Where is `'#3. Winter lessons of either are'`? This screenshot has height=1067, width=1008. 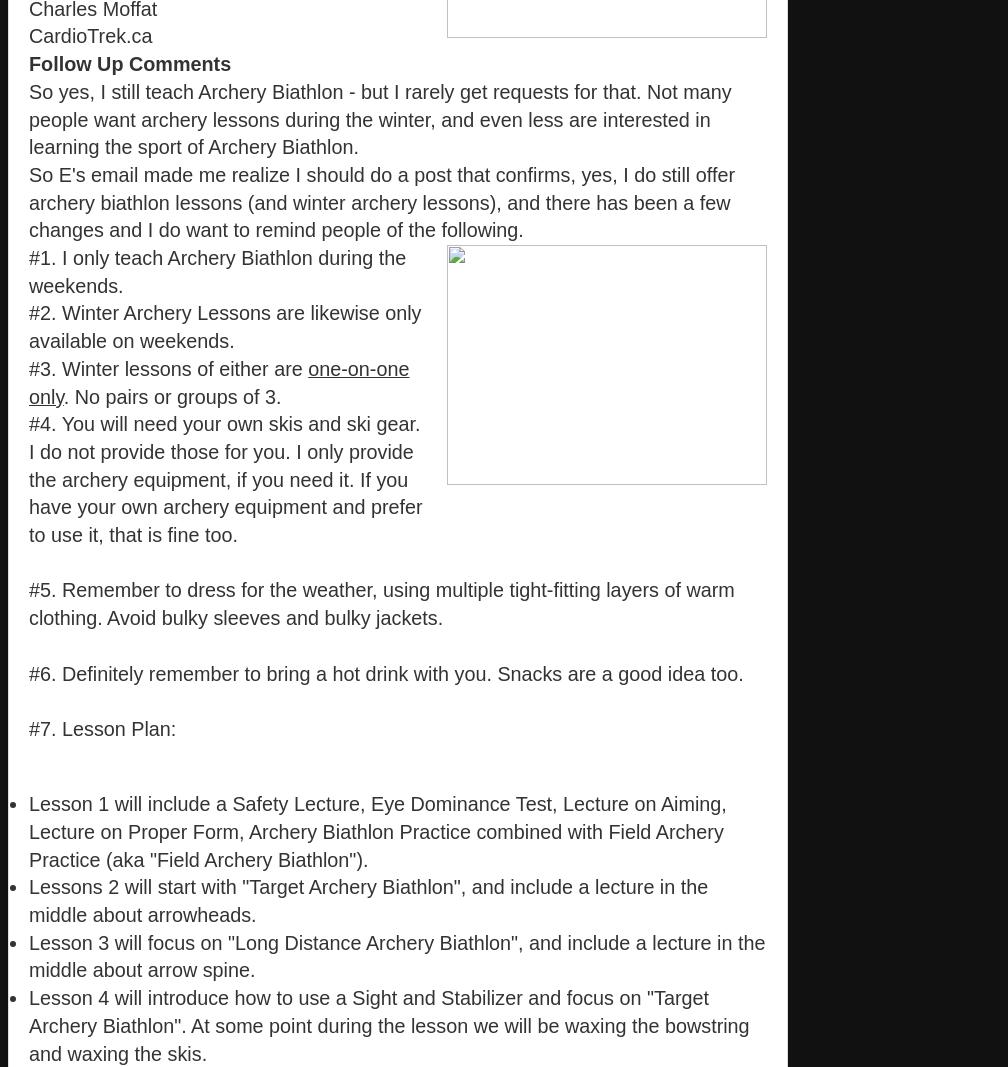
'#3. Winter lessons of either are' is located at coordinates (168, 367).